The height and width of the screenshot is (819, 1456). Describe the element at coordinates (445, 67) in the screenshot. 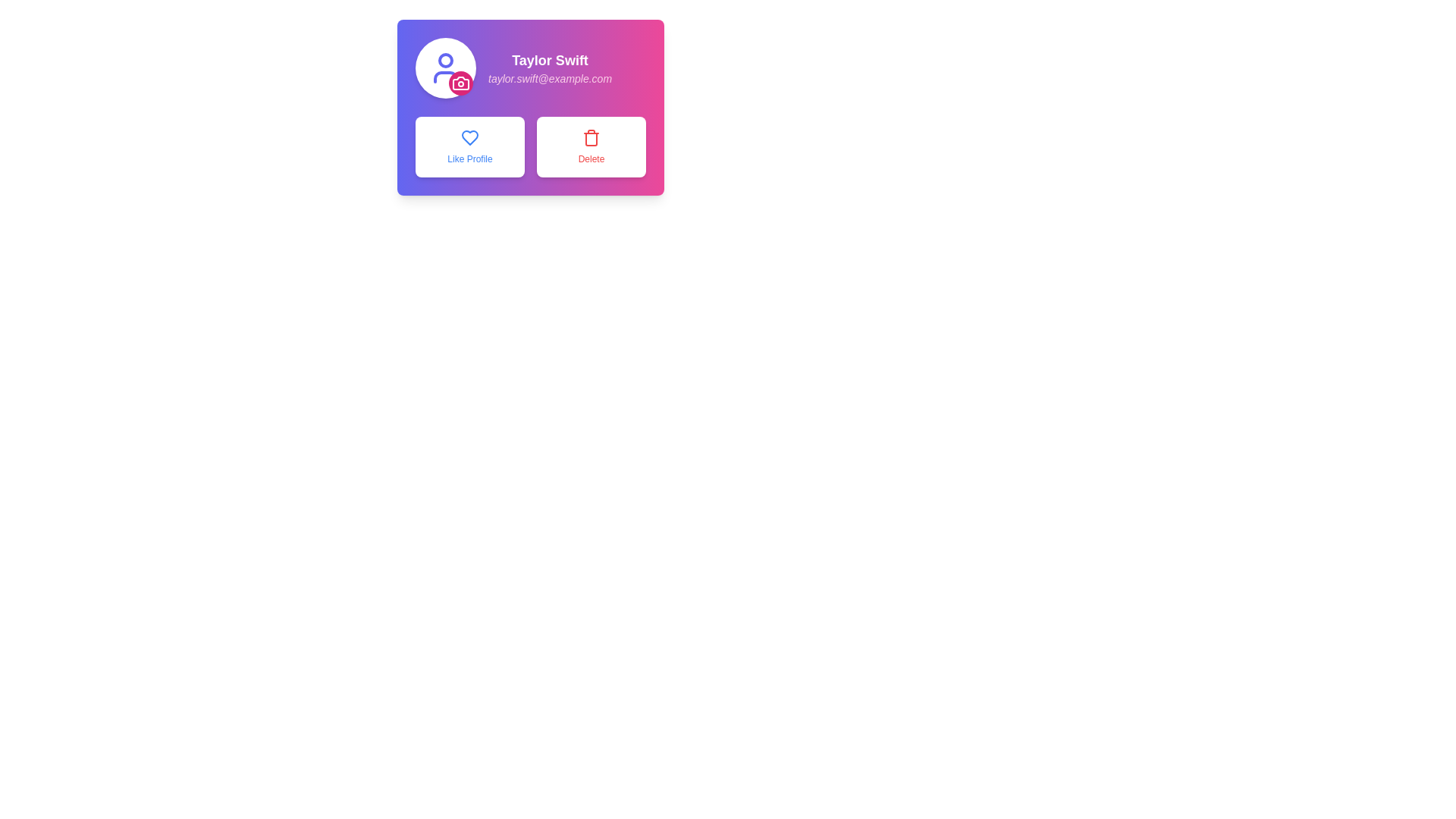

I see `circular avatar with a white background and blue user icon, which has a small pink circular button with a camera icon overlaying the bottom right corner` at that location.